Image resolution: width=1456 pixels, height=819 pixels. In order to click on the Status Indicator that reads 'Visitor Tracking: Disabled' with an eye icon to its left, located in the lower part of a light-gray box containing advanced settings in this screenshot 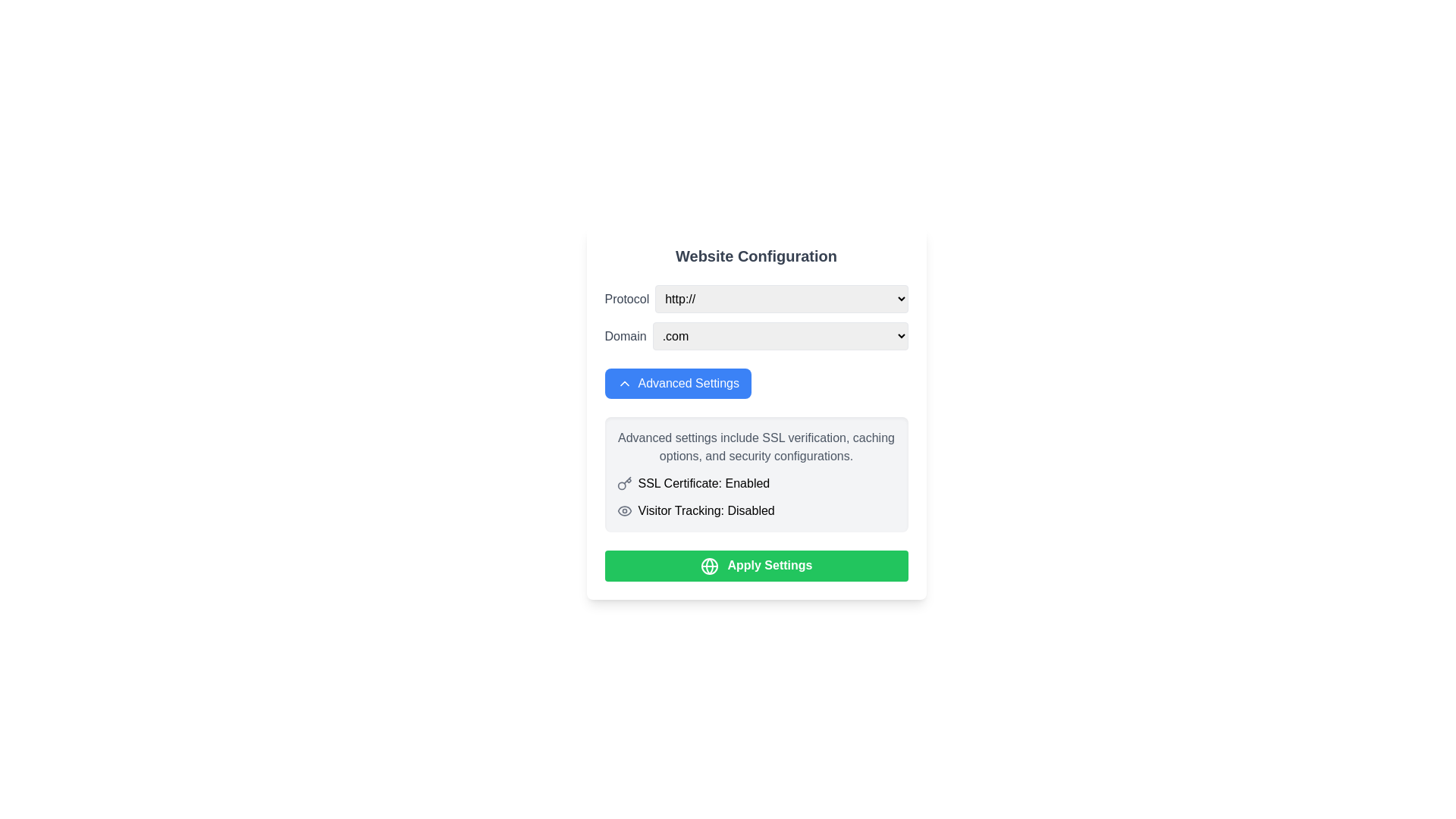, I will do `click(756, 511)`.